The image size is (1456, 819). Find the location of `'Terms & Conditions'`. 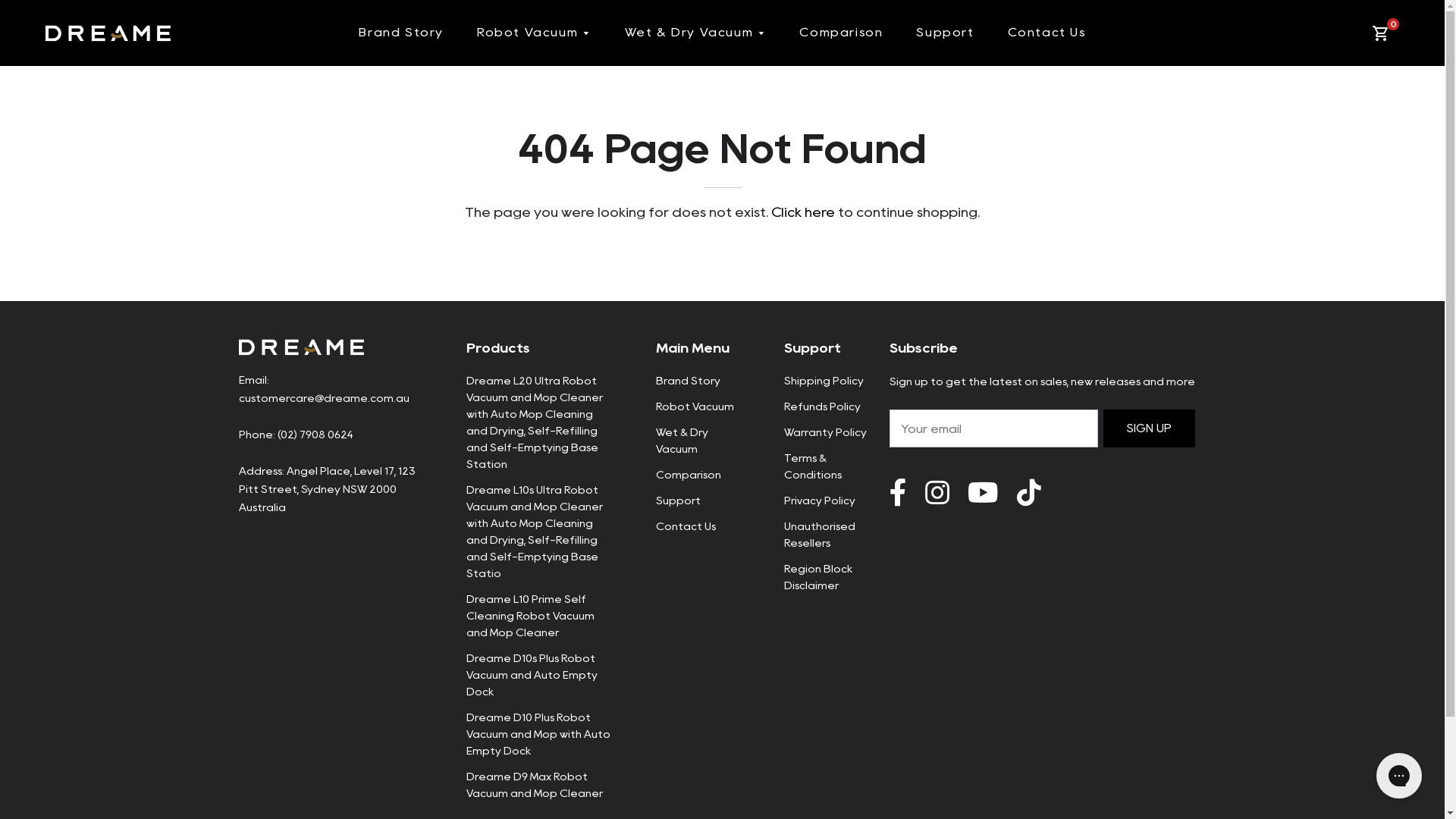

'Terms & Conditions' is located at coordinates (811, 465).